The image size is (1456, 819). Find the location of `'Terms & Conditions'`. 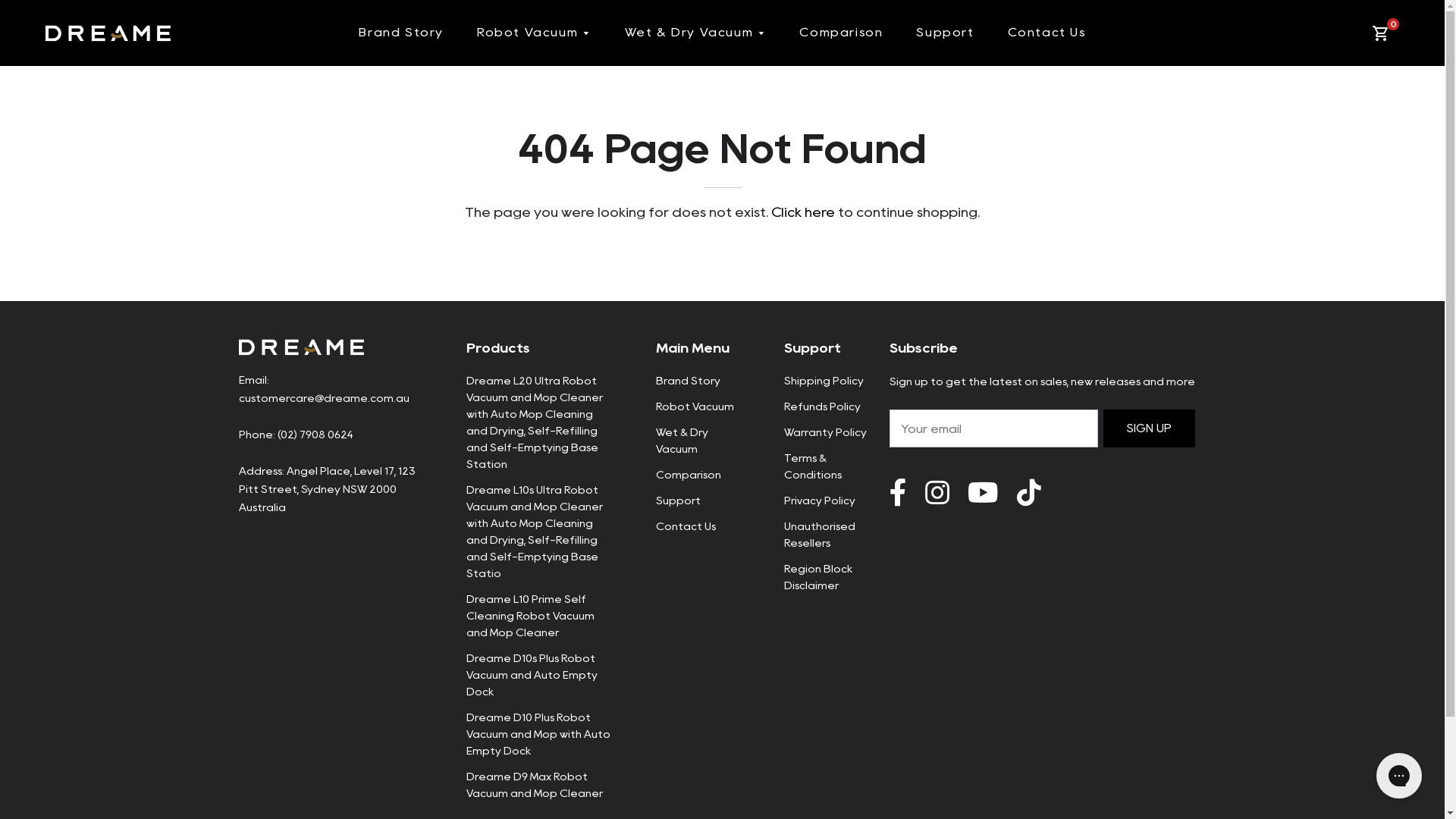

'Terms & Conditions' is located at coordinates (811, 465).